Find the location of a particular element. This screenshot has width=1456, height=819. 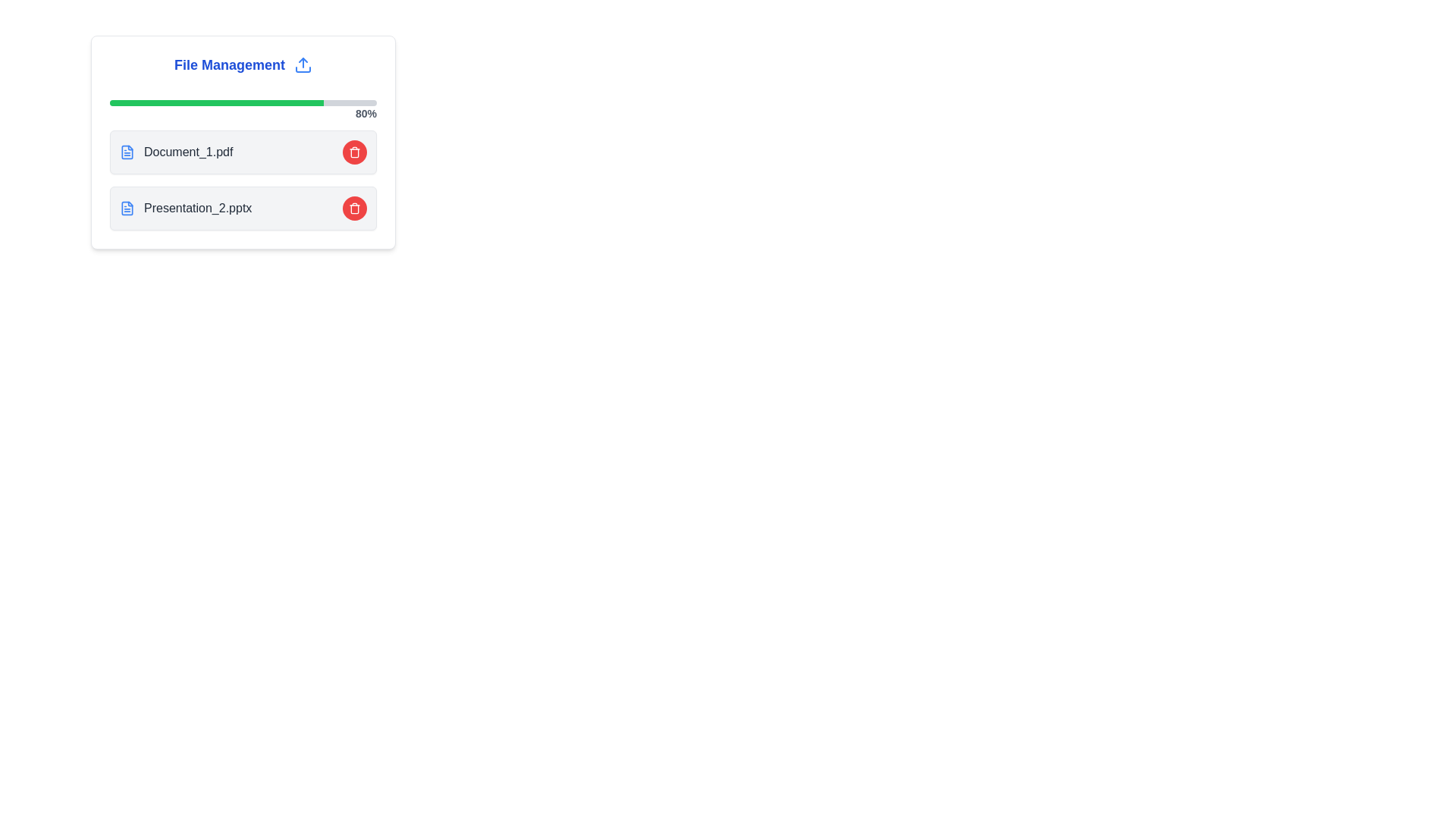

the body of the trash icon within the SVG element, which represents the delete action for the respective file listing is located at coordinates (353, 152).